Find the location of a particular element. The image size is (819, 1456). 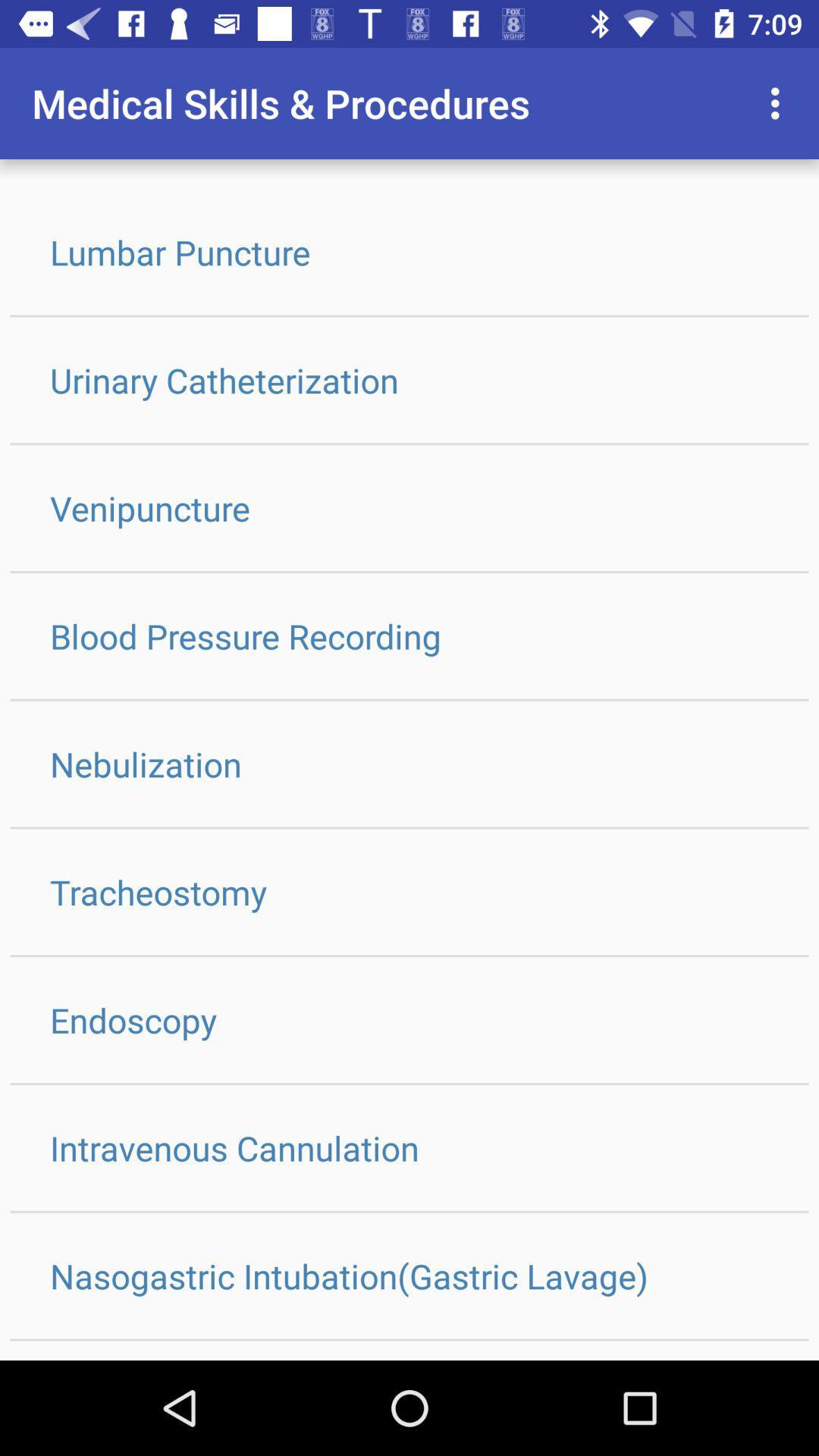

the item above the intravenous cannulation is located at coordinates (409, 1020).